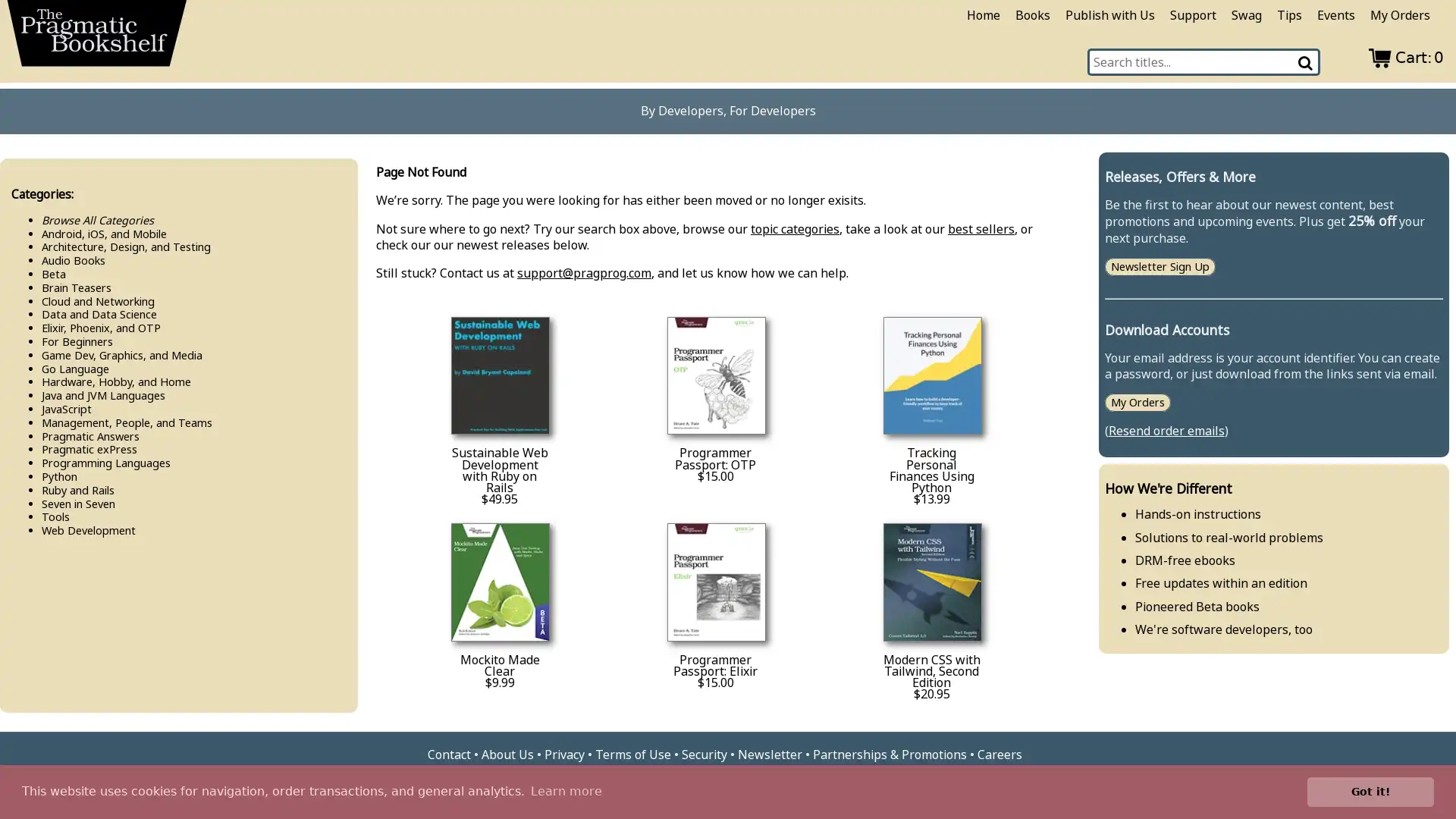 The width and height of the screenshot is (1456, 819). Describe the element at coordinates (565, 791) in the screenshot. I see `learn more about cookies` at that location.